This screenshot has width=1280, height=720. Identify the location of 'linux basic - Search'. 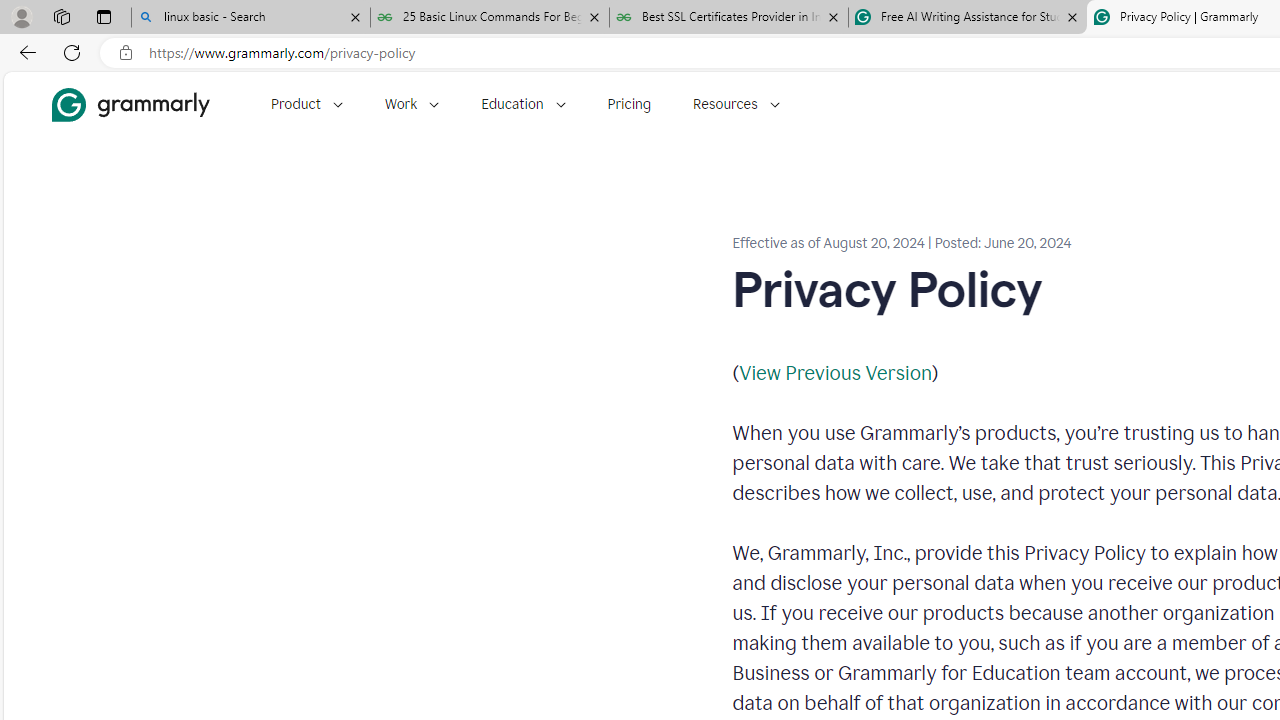
(249, 17).